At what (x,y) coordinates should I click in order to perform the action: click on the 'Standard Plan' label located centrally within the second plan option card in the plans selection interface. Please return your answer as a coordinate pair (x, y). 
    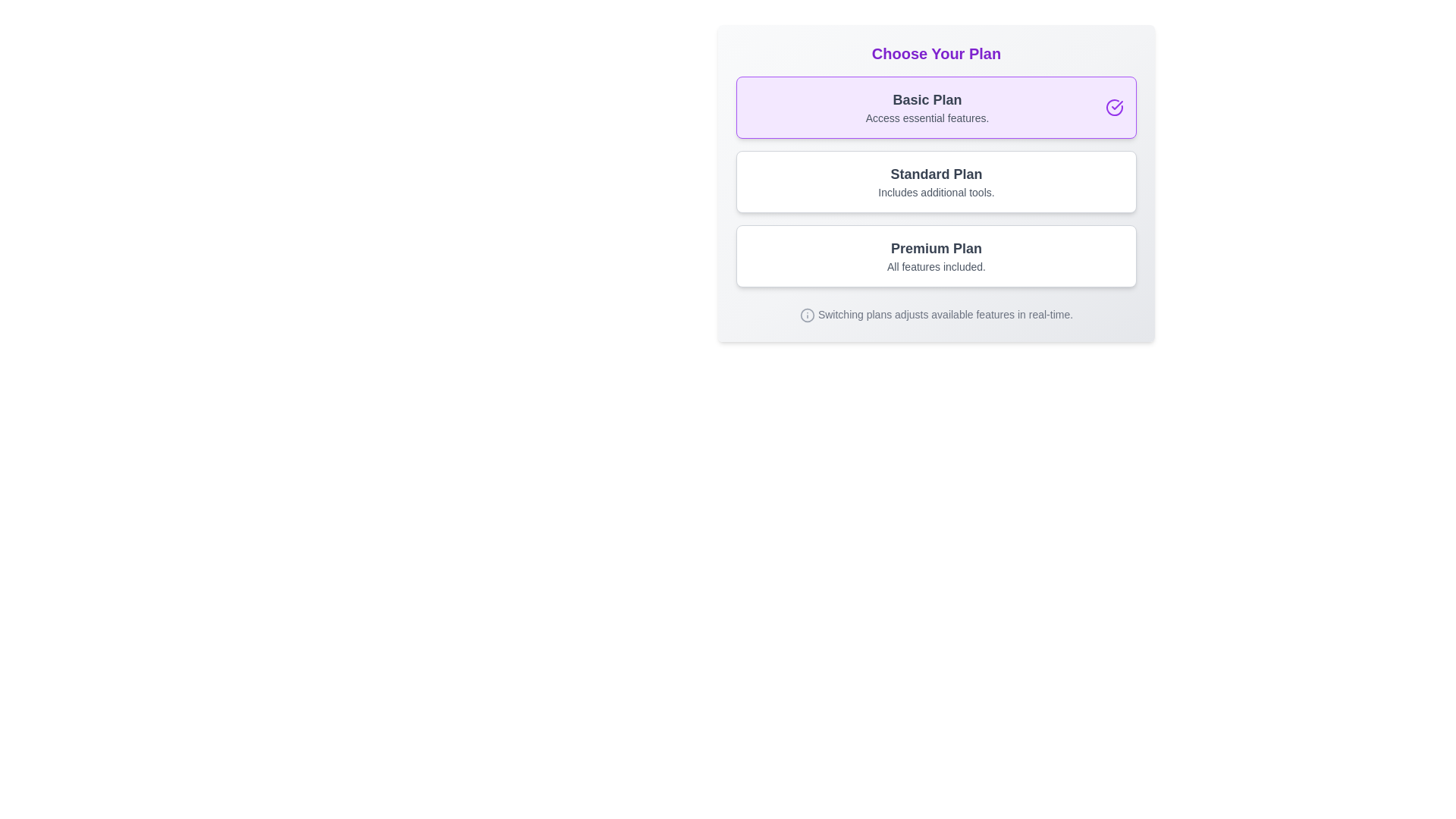
    Looking at the image, I should click on (935, 174).